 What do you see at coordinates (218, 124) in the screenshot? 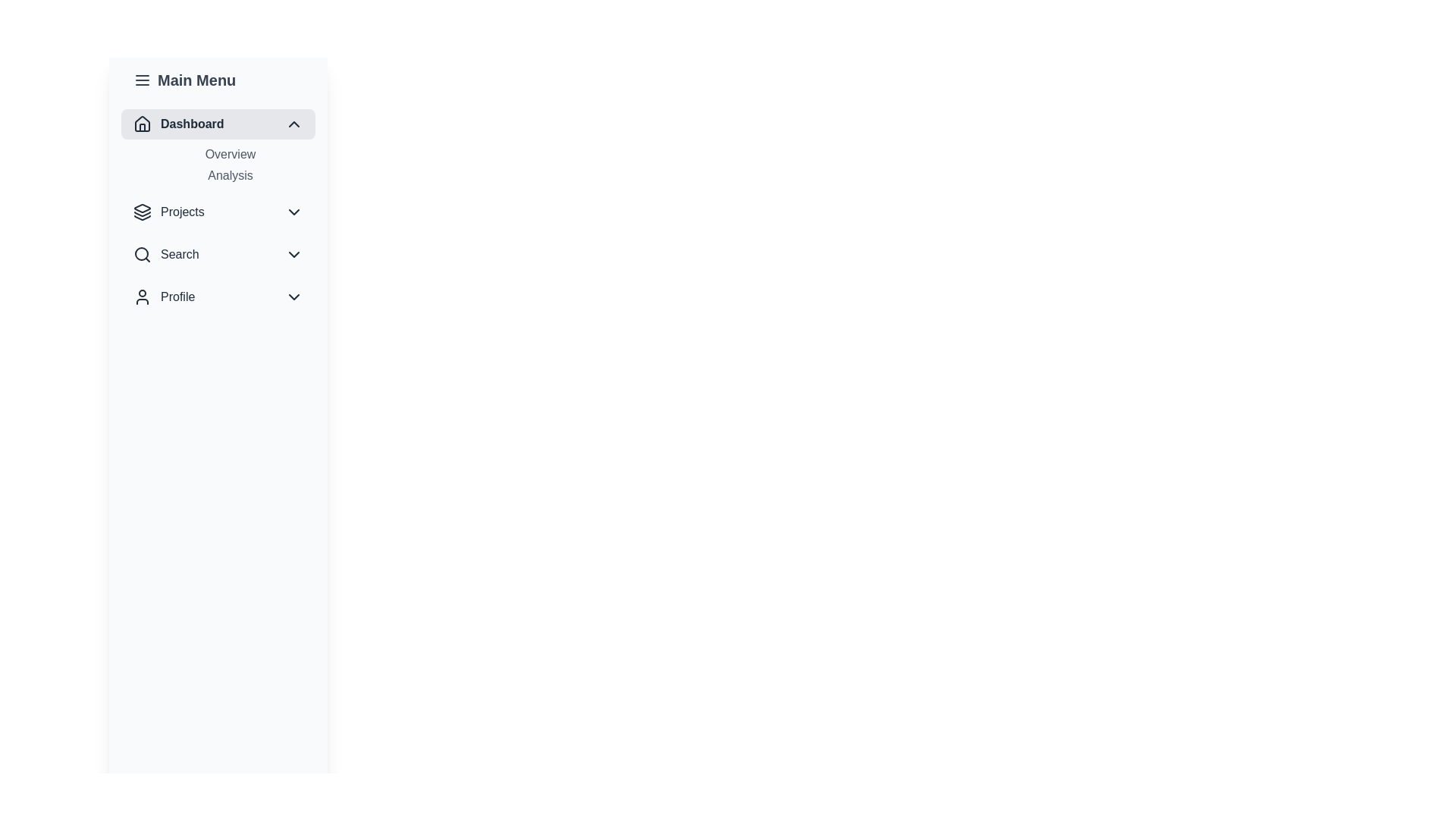
I see `the 'Dashboard' button, which is a clickable rectangular button with a light gray background, rounded corners, and bold black text, located at the first position` at bounding box center [218, 124].